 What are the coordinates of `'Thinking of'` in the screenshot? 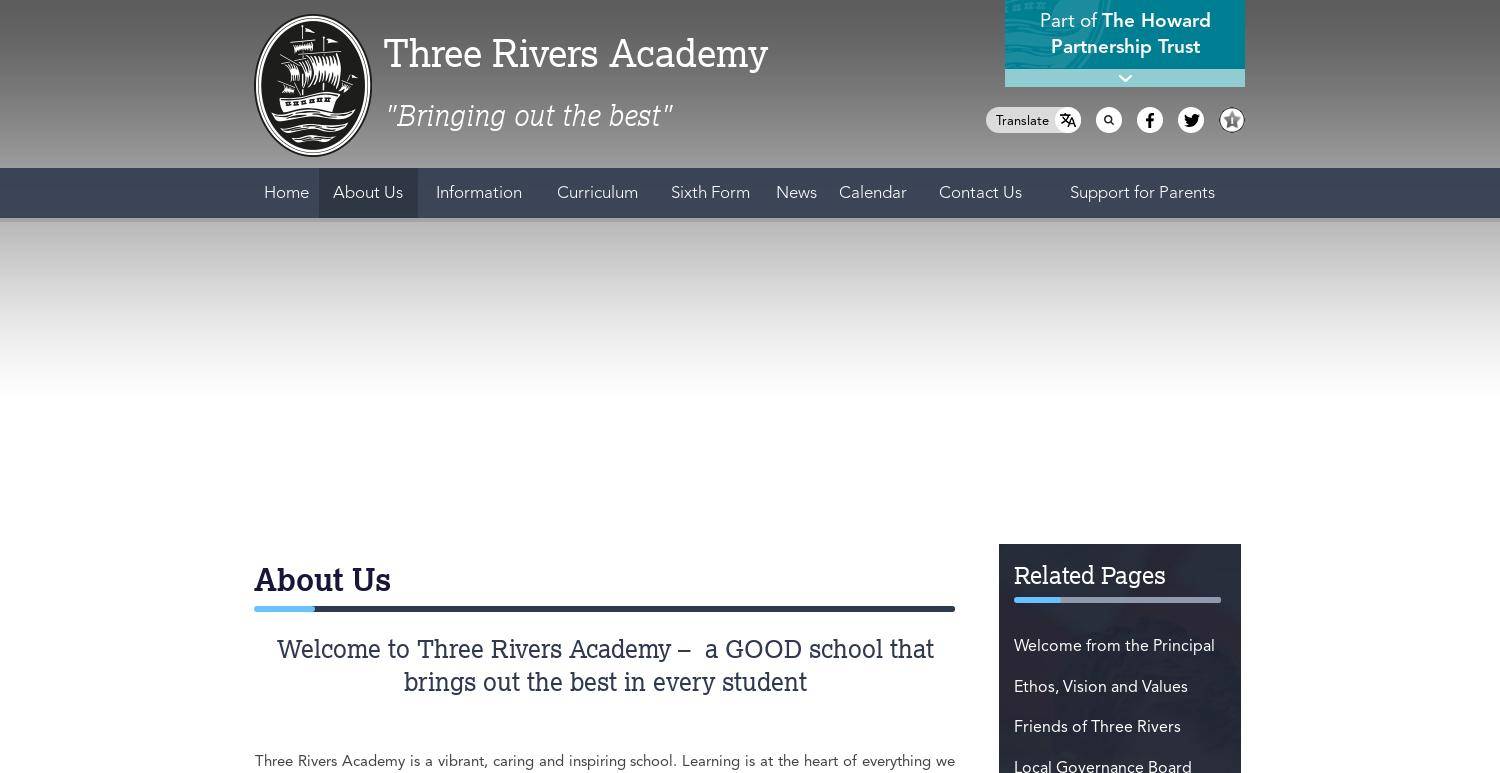 It's located at (1018, 511).